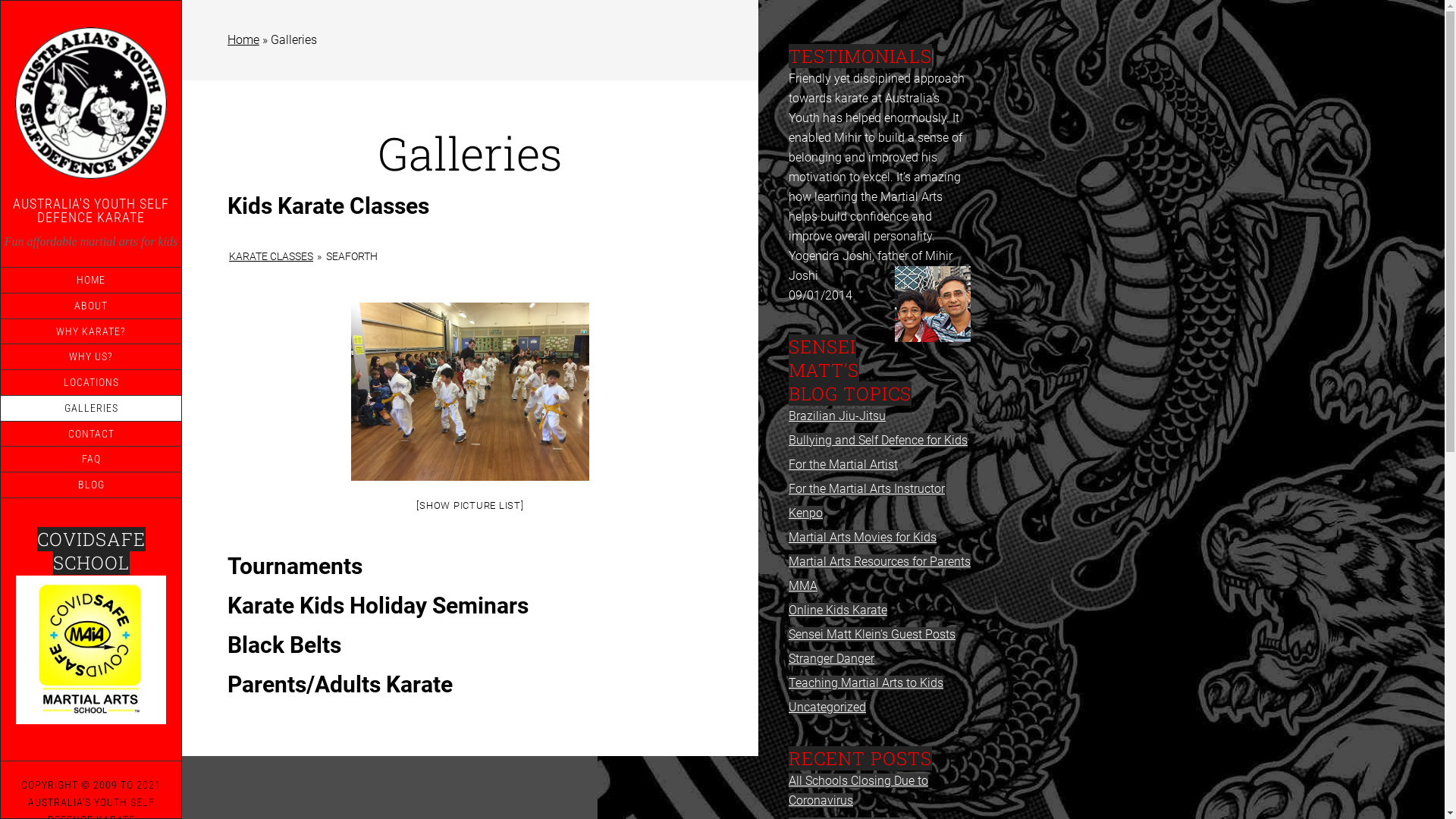  What do you see at coordinates (271, 256) in the screenshot?
I see `'KARATE CLASSES'` at bounding box center [271, 256].